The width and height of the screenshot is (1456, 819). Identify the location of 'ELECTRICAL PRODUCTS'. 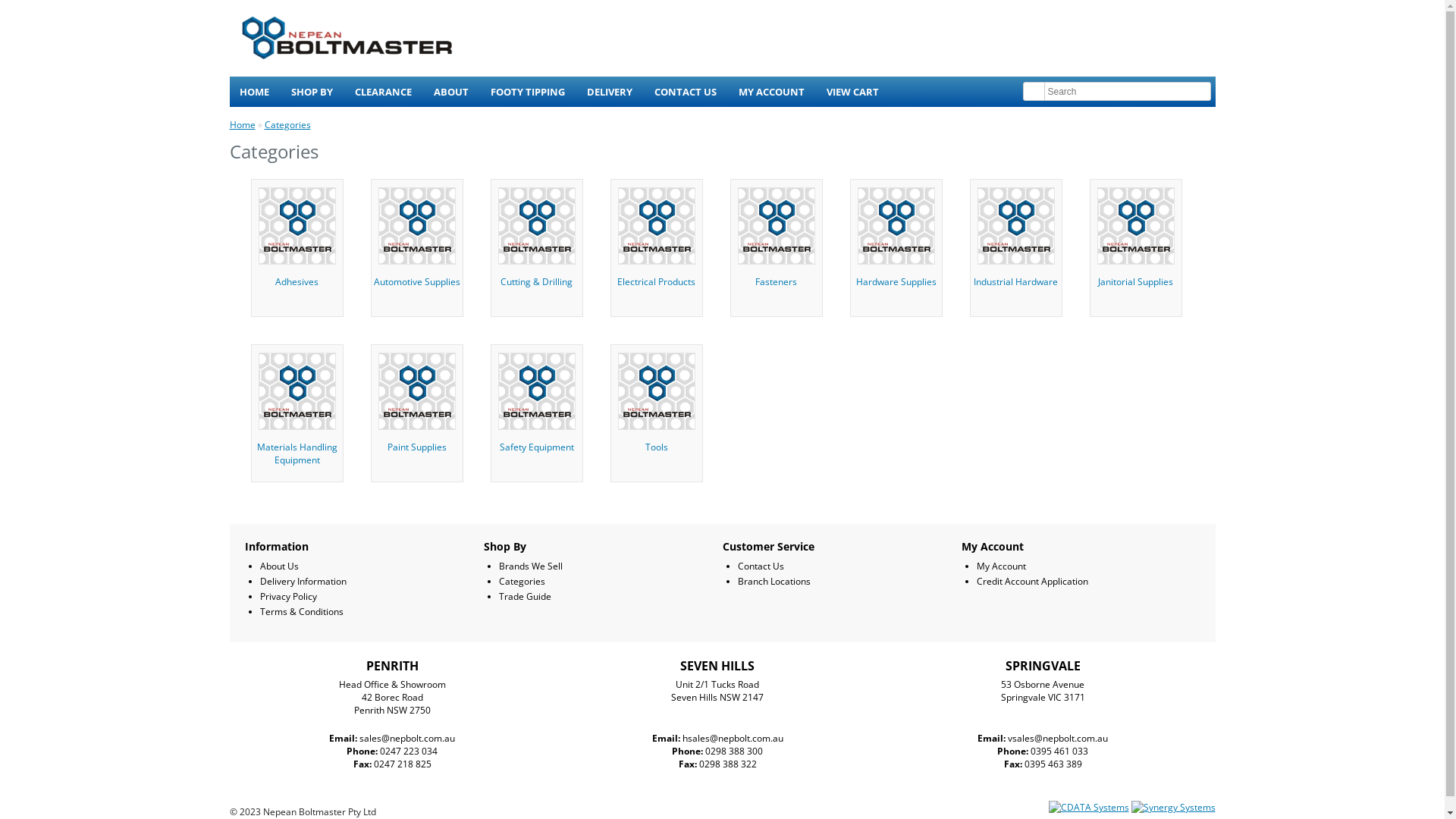
(655, 225).